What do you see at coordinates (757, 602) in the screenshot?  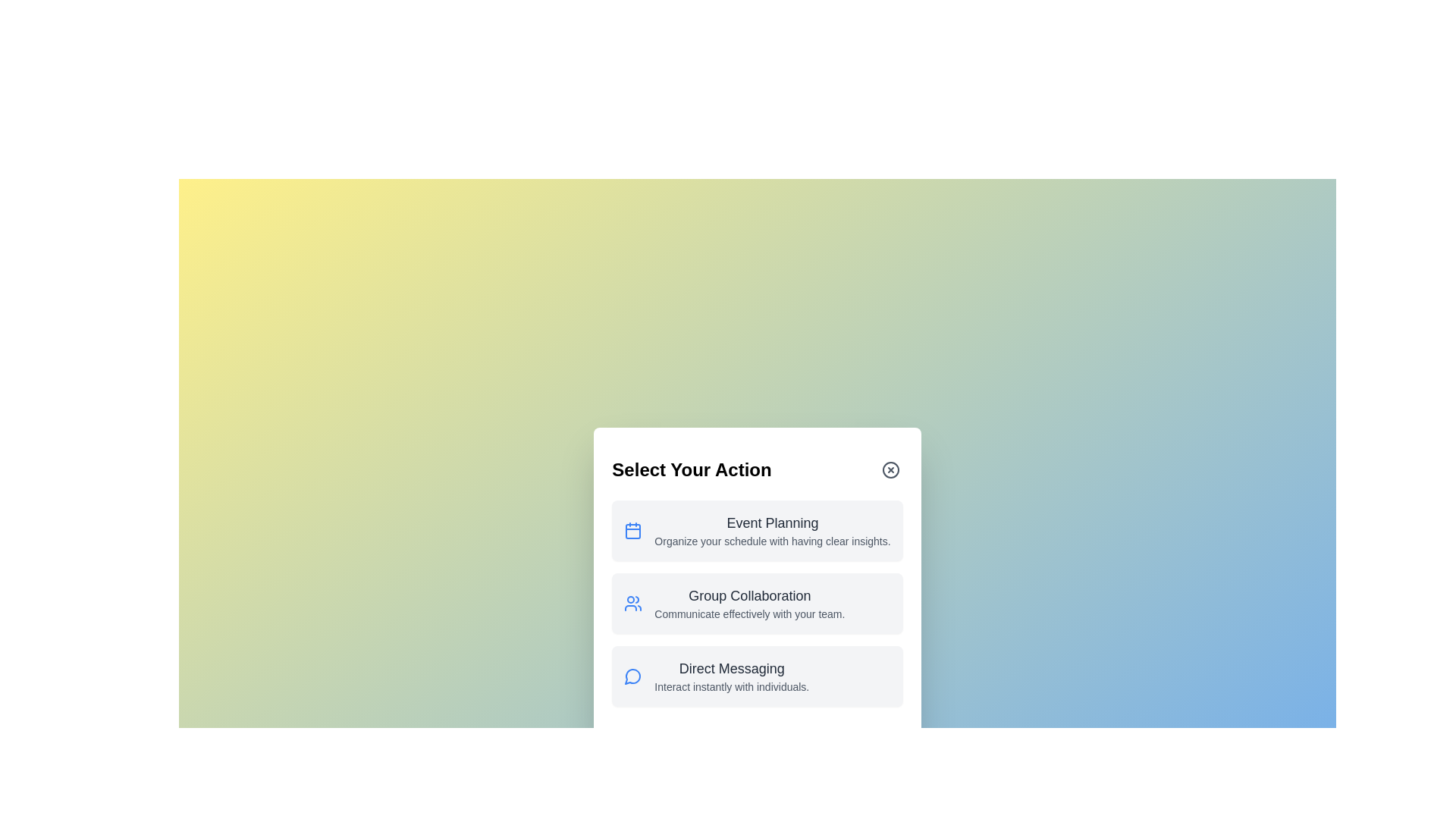 I see `the card corresponding to Group Collaboration` at bounding box center [757, 602].